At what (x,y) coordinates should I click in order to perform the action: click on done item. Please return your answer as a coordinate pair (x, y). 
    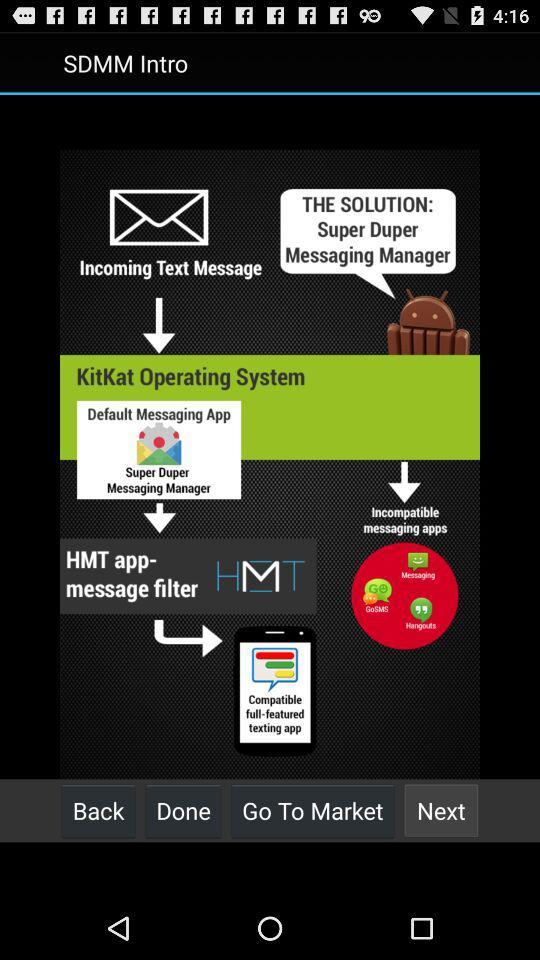
    Looking at the image, I should click on (183, 810).